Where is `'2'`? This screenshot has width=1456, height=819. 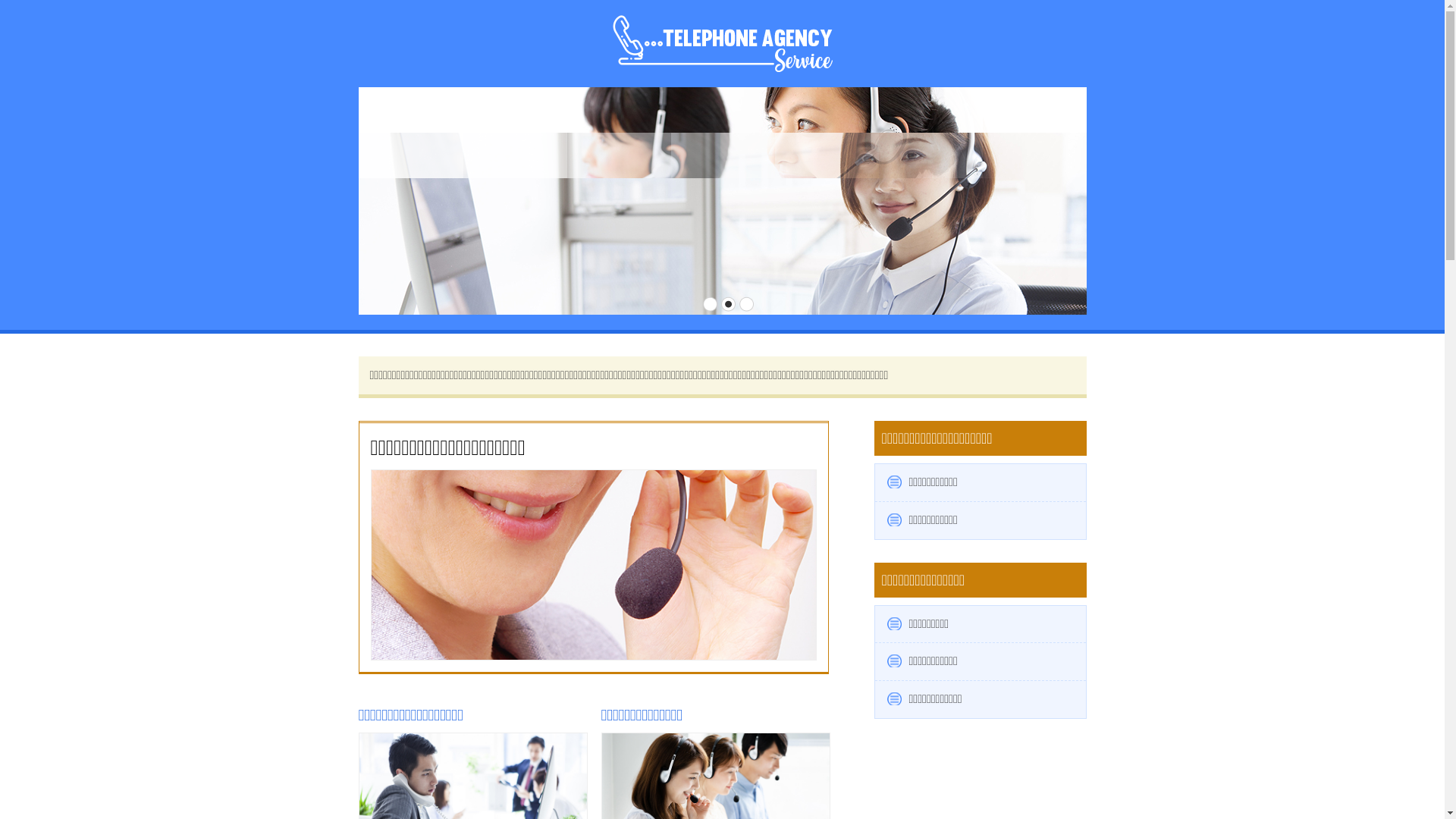
'2' is located at coordinates (720, 304).